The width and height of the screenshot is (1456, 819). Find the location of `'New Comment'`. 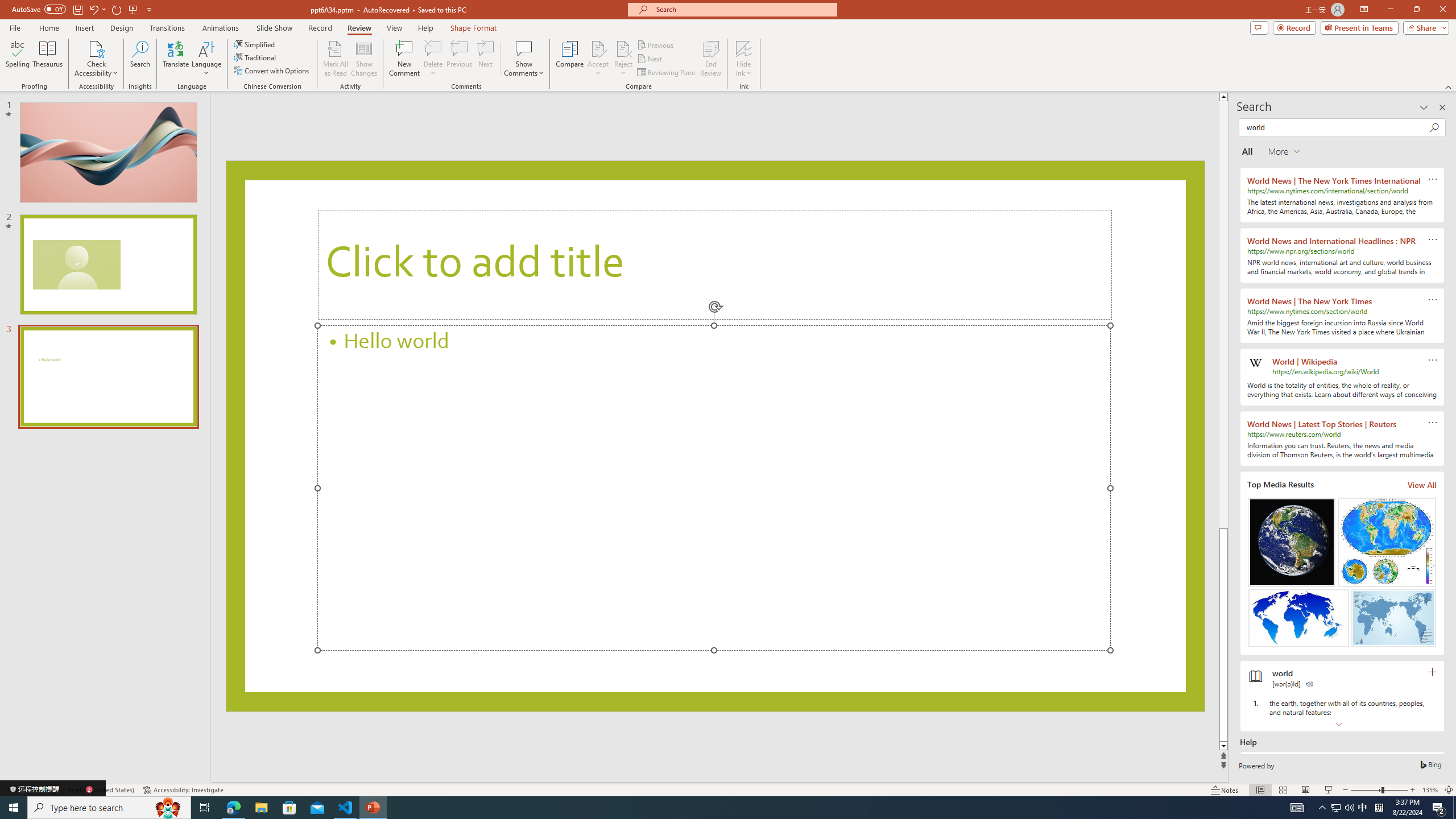

'New Comment' is located at coordinates (403, 59).